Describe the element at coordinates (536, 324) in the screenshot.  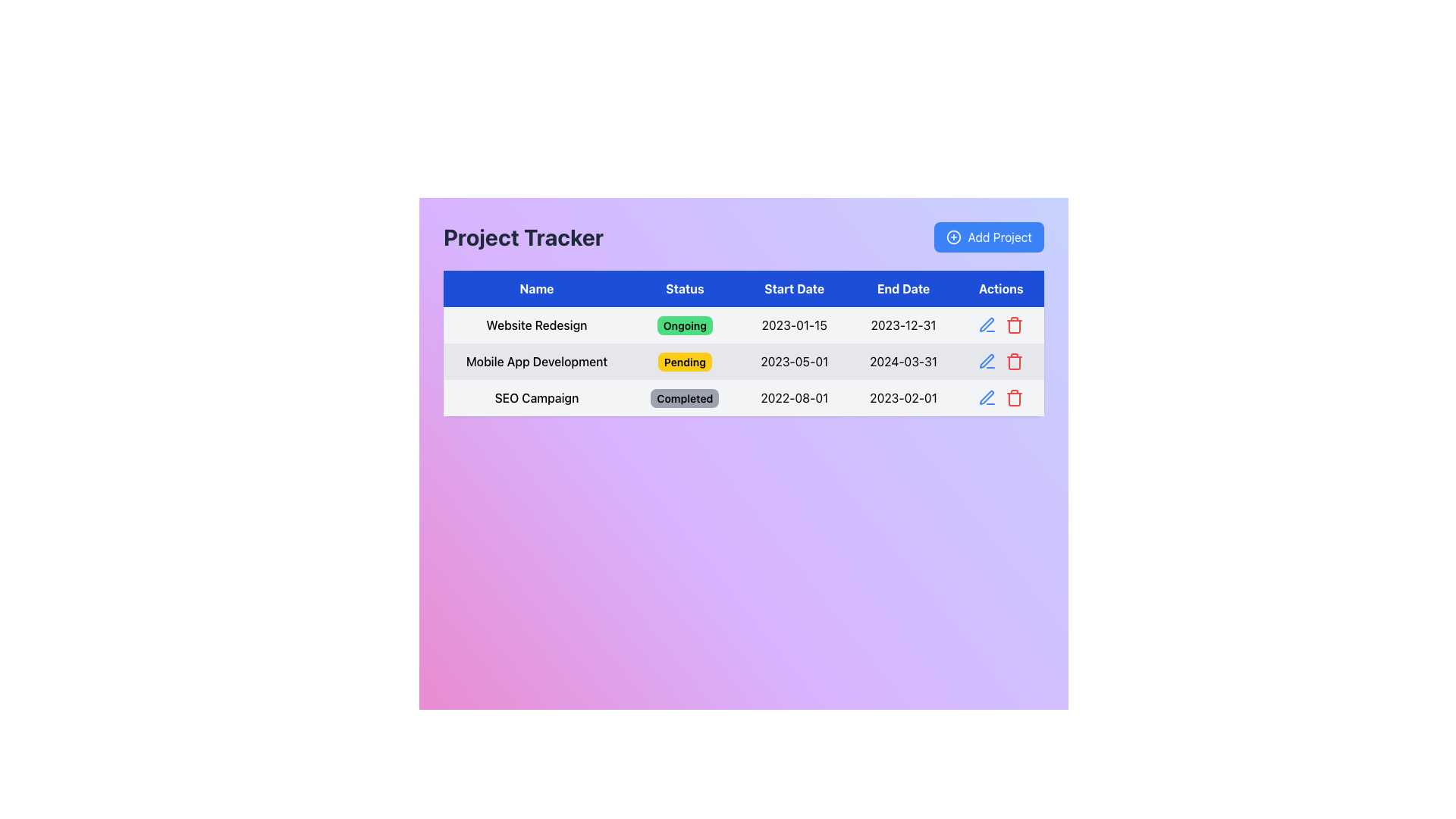
I see `the Static Text Label displaying 'Website Redesign' located in the top row of the data table under the 'Name' header` at that location.